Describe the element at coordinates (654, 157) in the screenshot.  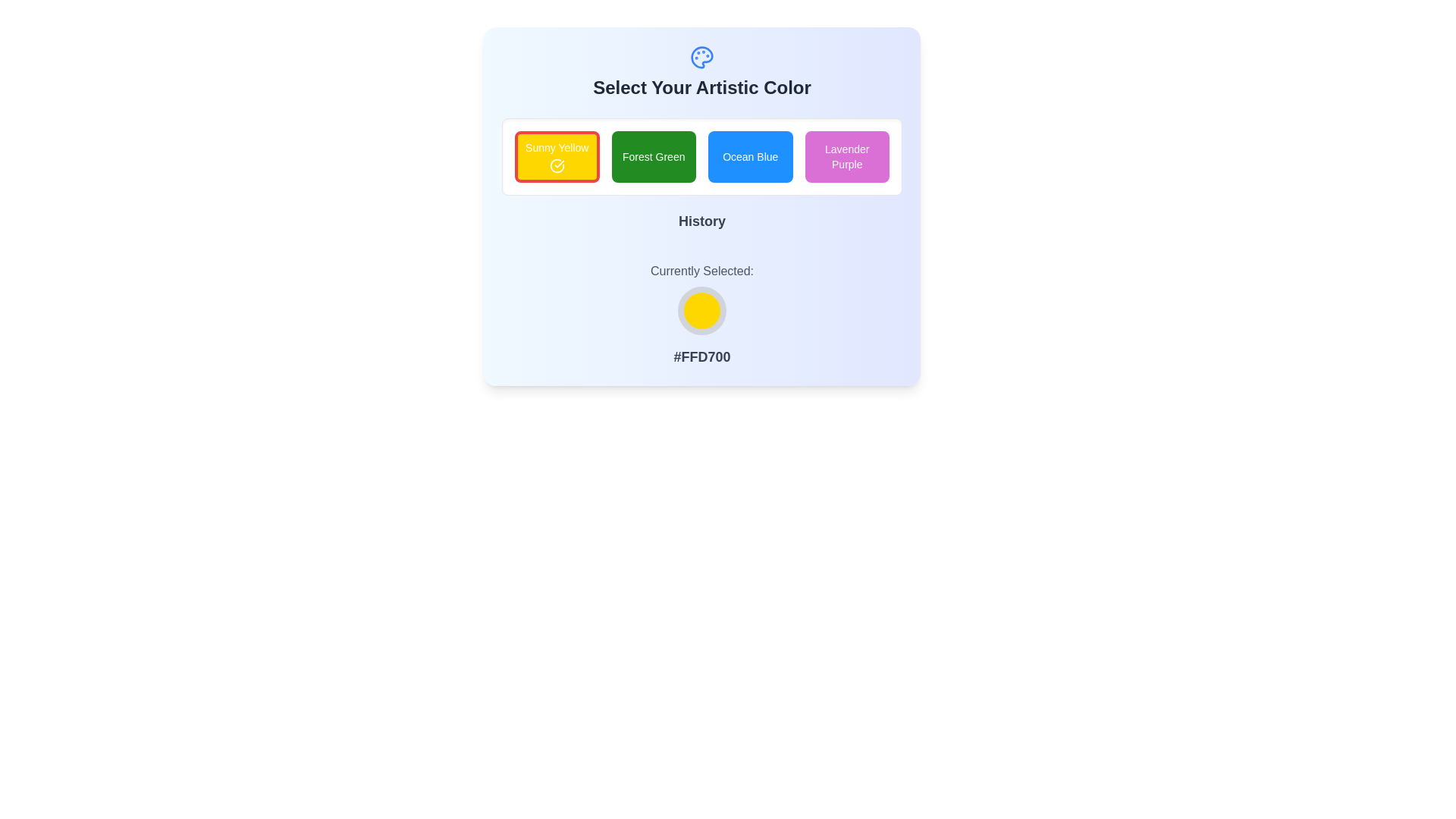
I see `the 'Forest Green' button, which is a rectangular button with a green background and white centered text` at that location.